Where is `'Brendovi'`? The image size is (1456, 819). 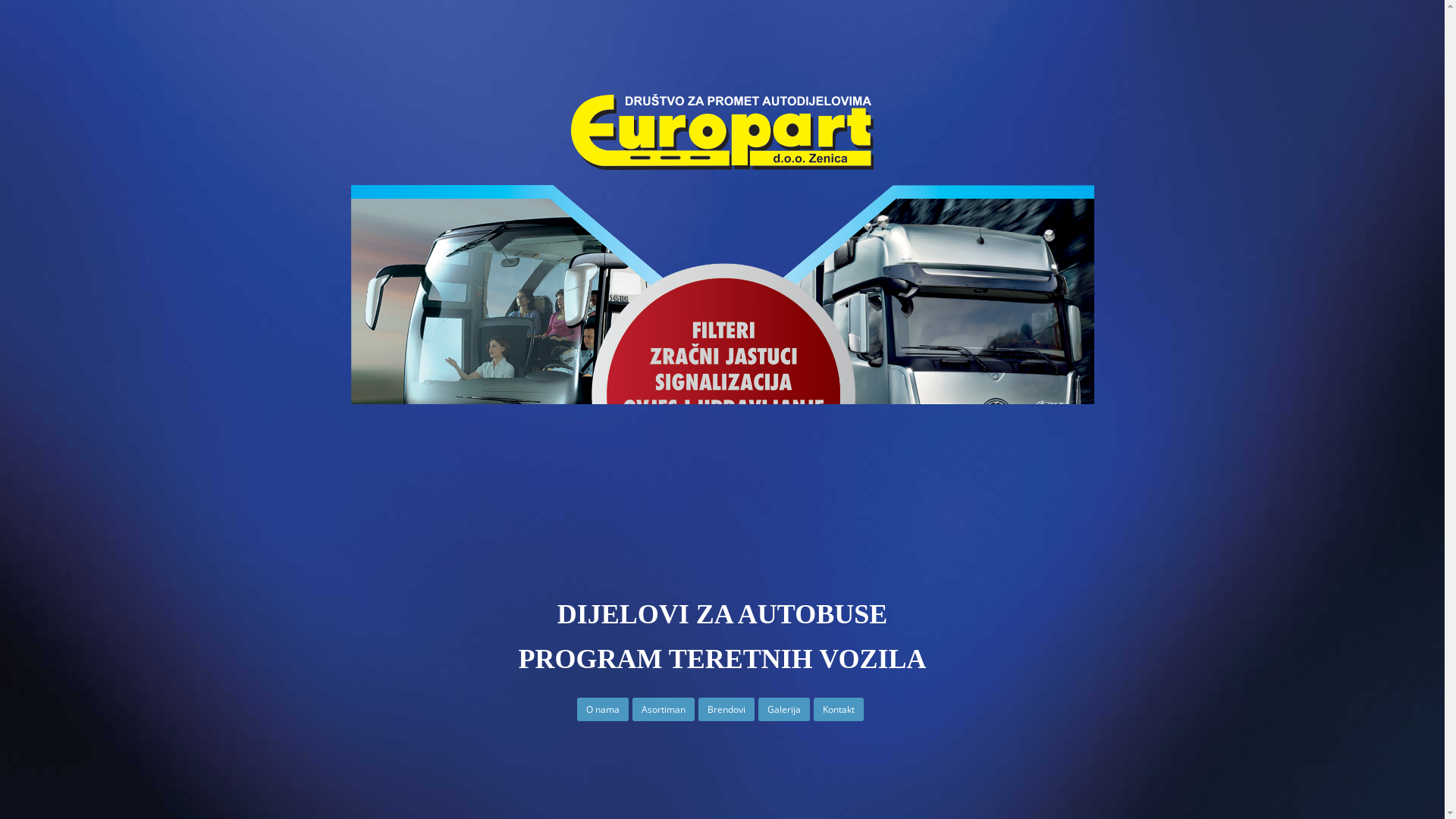
'Brendovi' is located at coordinates (698, 710).